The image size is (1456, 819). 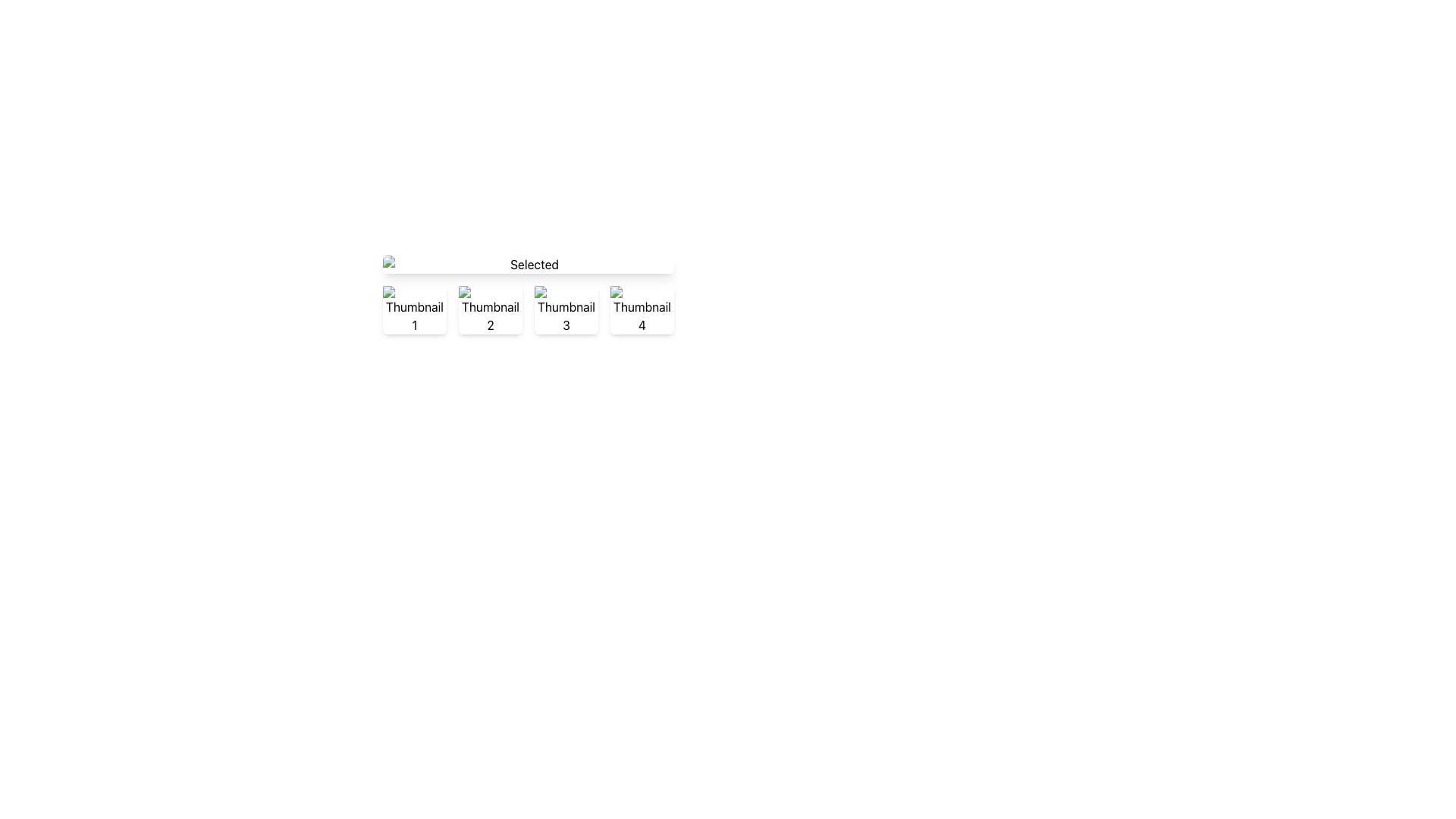 What do you see at coordinates (642, 309) in the screenshot?
I see `the fourth thumbnail button` at bounding box center [642, 309].